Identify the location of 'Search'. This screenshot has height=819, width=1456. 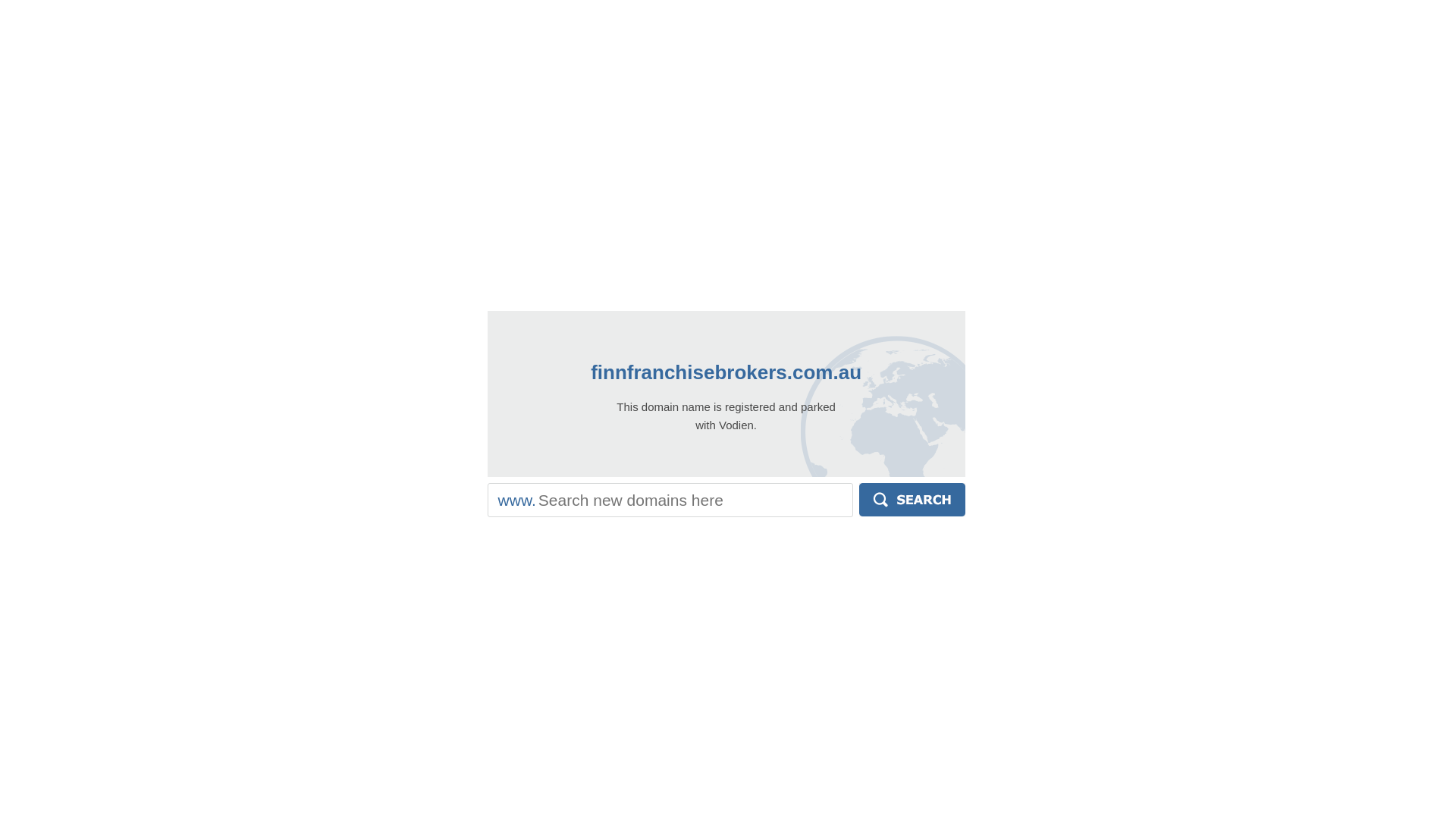
(858, 500).